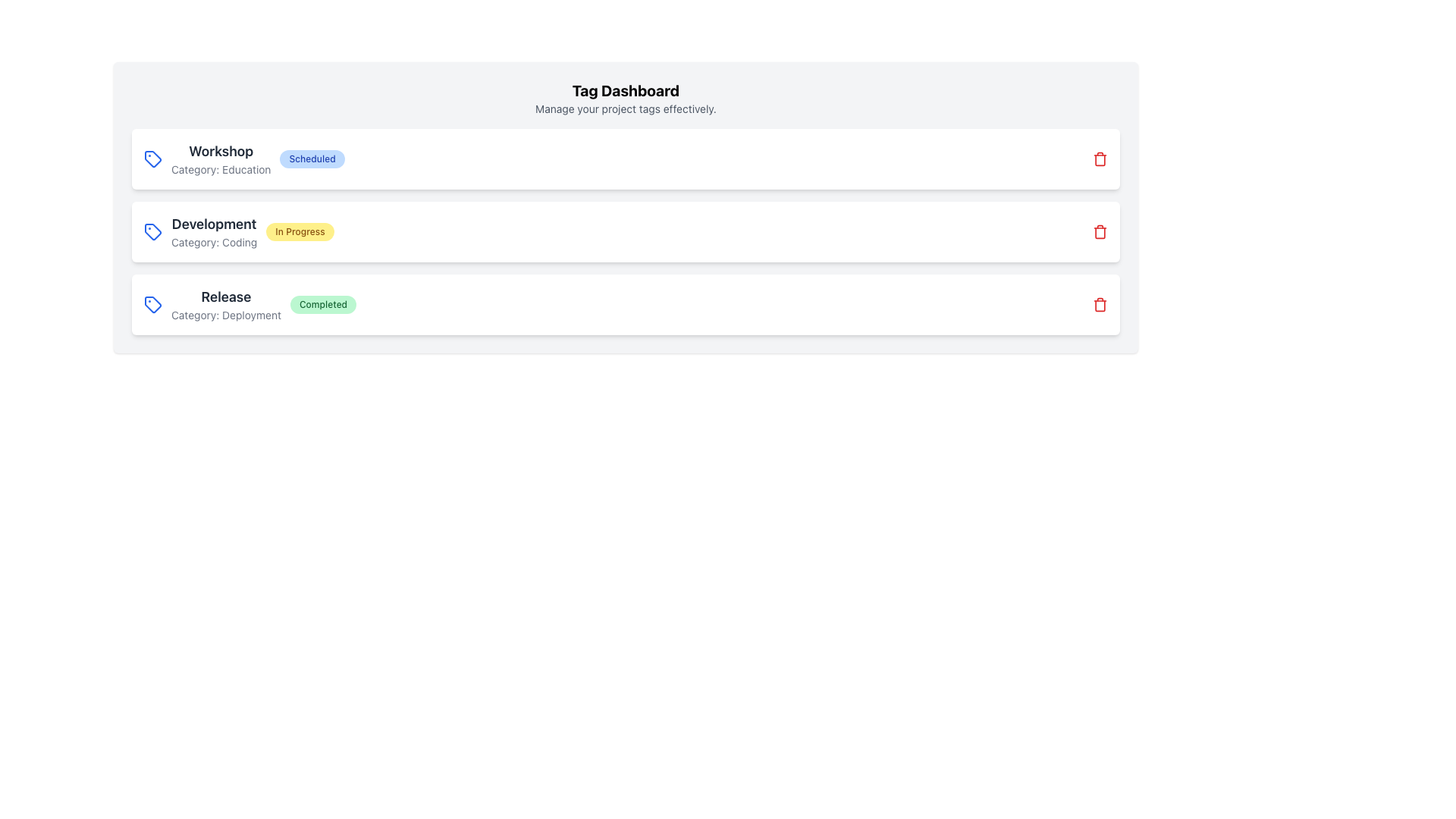  Describe the element at coordinates (1100, 231) in the screenshot. I see `the small red trash bin icon located at the far right end of the 'Development' section` at that location.